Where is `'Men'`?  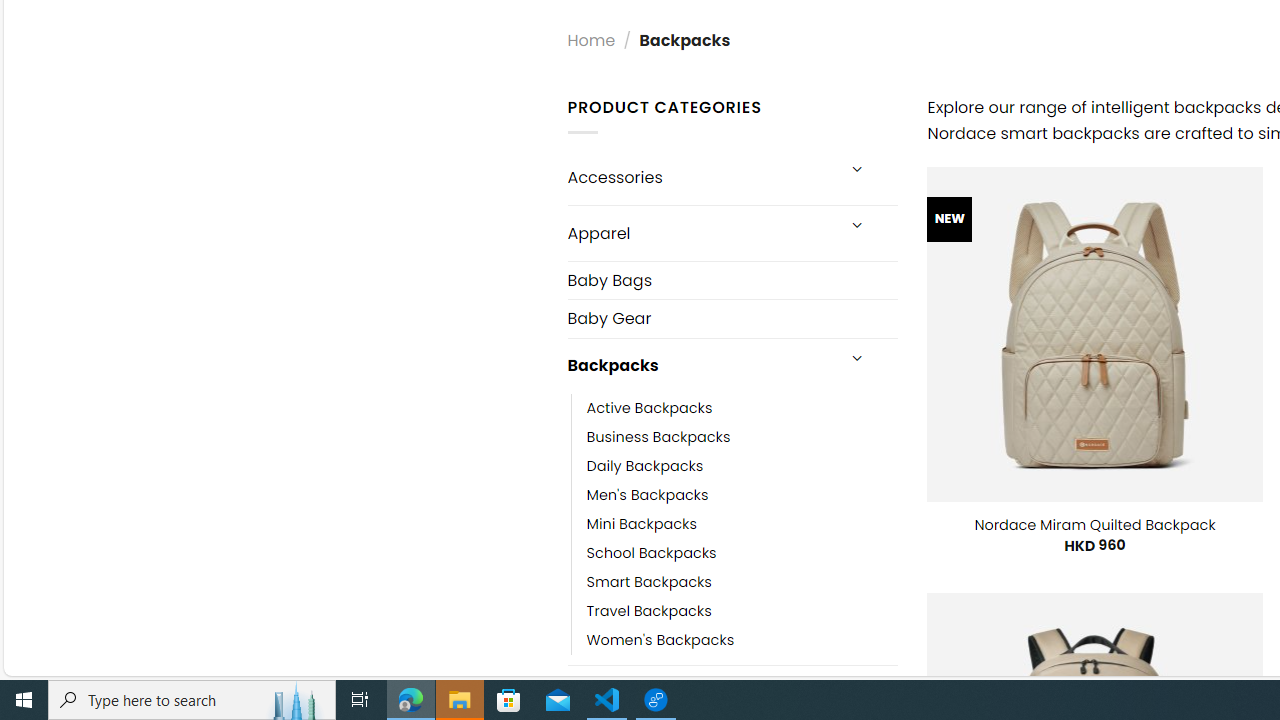 'Men' is located at coordinates (647, 495).